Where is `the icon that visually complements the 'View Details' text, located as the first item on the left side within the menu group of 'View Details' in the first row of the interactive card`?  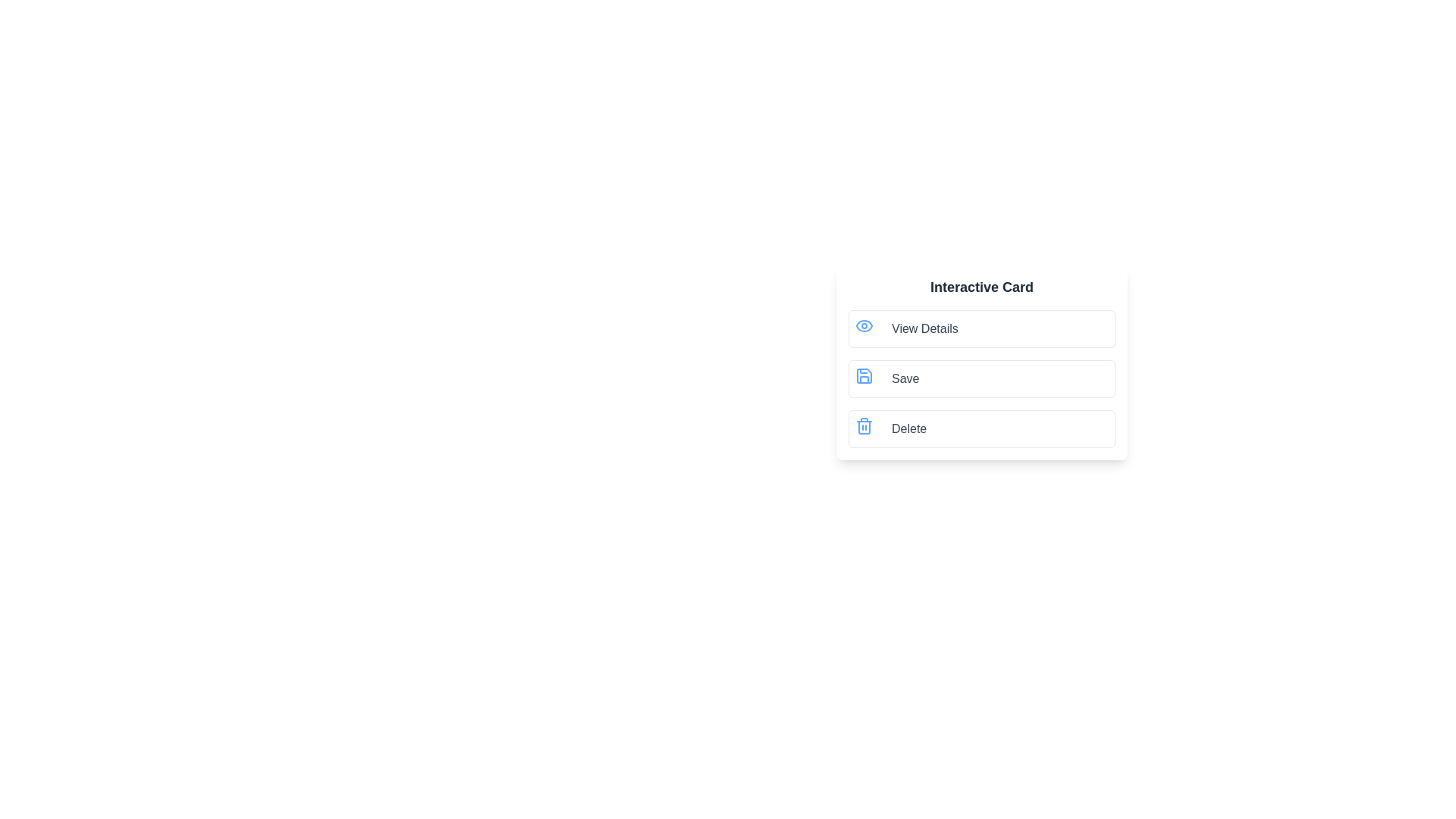 the icon that visually complements the 'View Details' text, located as the first item on the left side within the menu group of 'View Details' in the first row of the interactive card is located at coordinates (867, 328).